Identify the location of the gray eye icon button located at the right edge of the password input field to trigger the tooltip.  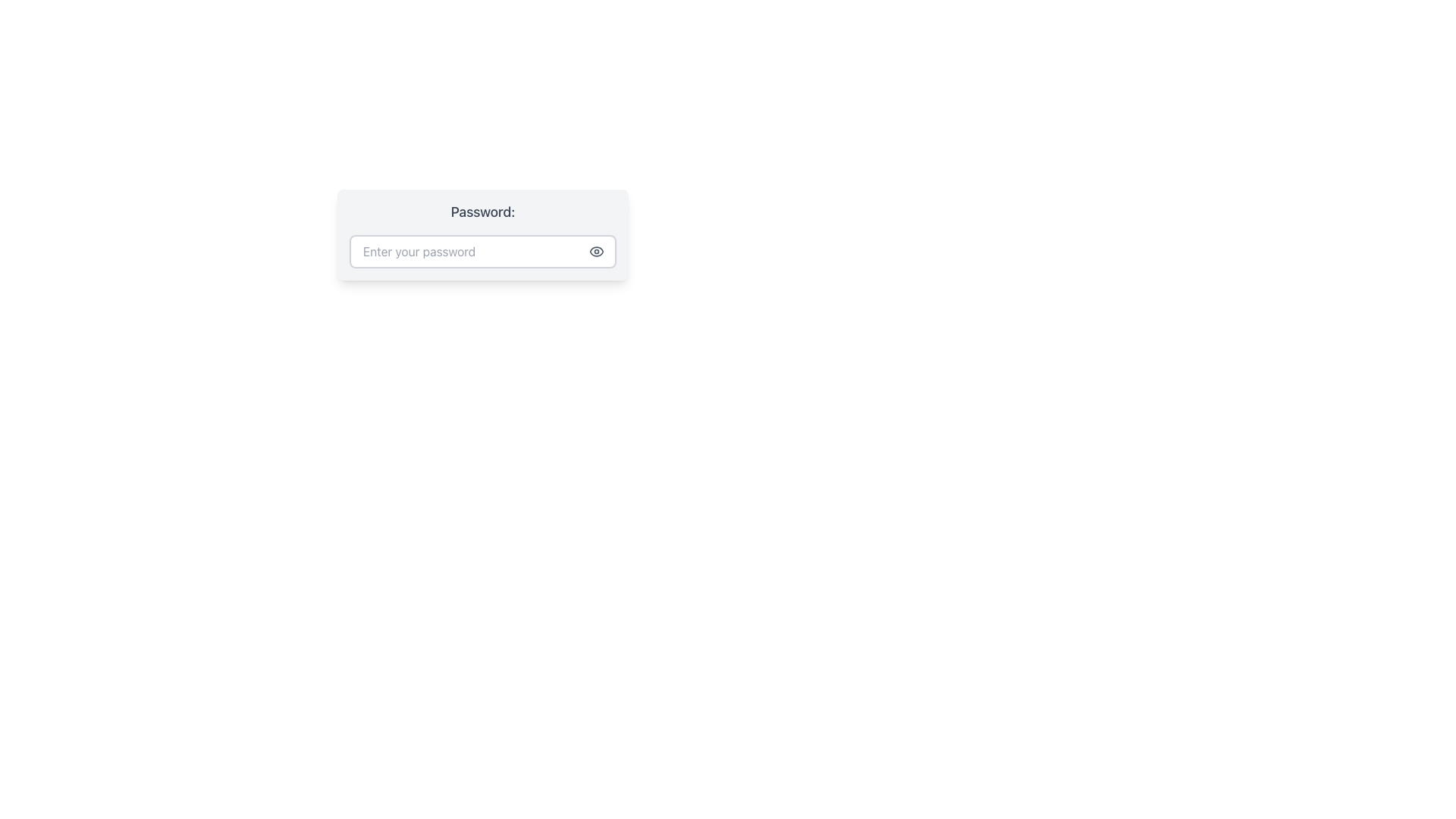
(596, 250).